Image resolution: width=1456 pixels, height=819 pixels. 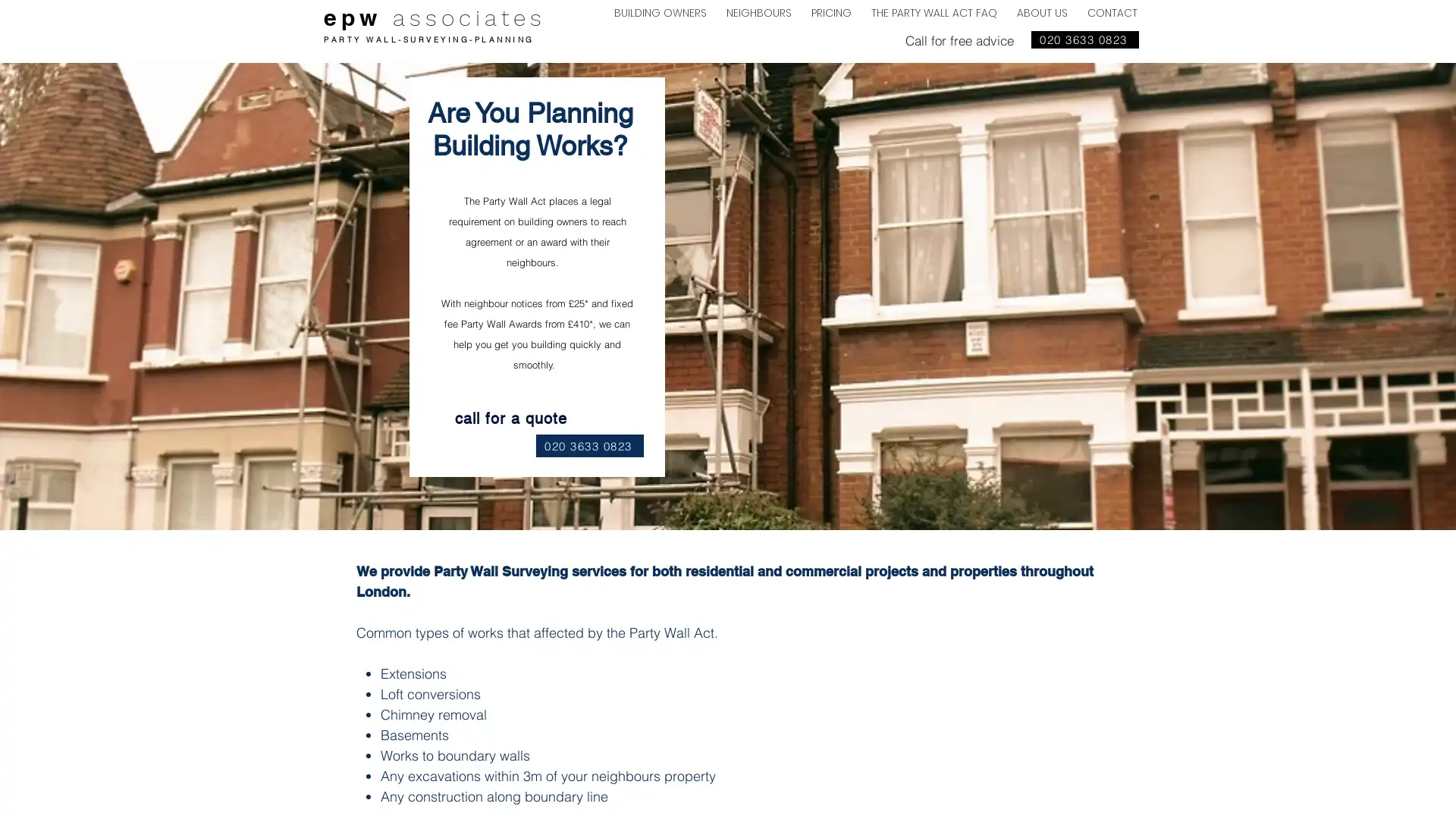 I want to click on Settings, so click(x=1312, y=794).